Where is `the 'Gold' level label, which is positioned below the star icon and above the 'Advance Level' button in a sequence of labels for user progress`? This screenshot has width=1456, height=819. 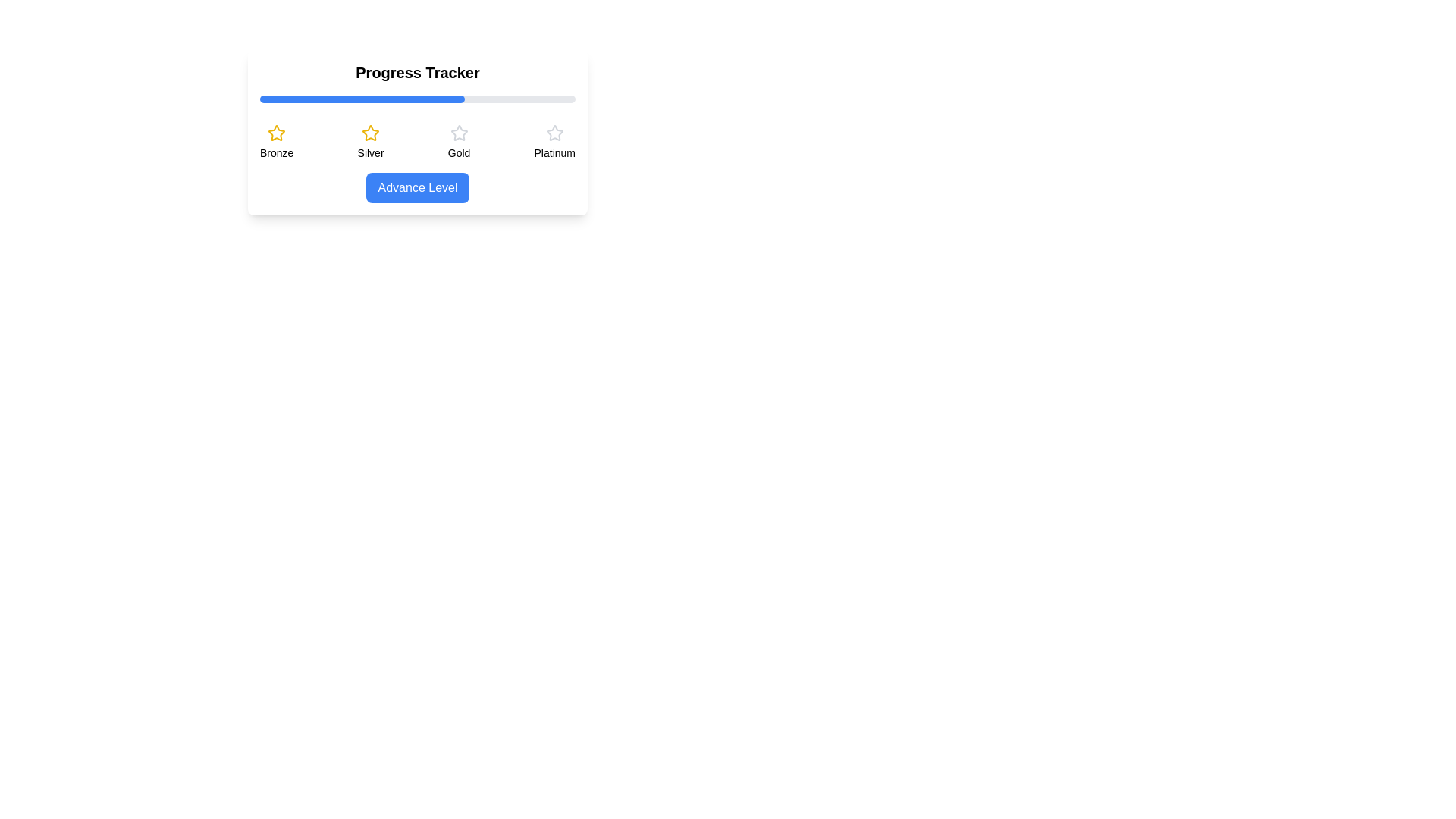
the 'Gold' level label, which is positioned below the star icon and above the 'Advance Level' button in a sequence of labels for user progress is located at coordinates (458, 152).